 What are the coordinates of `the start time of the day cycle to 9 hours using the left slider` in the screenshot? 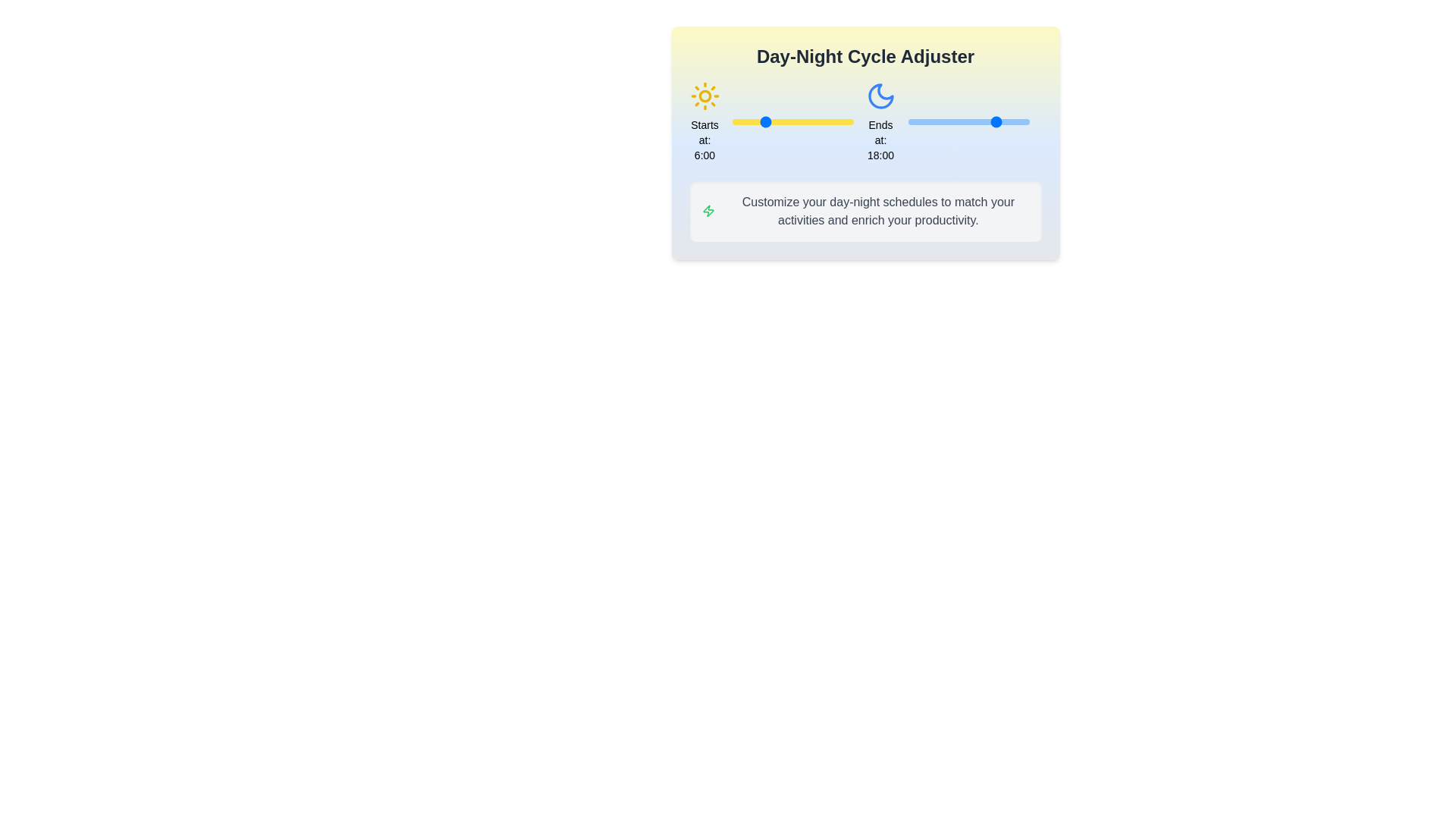 It's located at (777, 121).